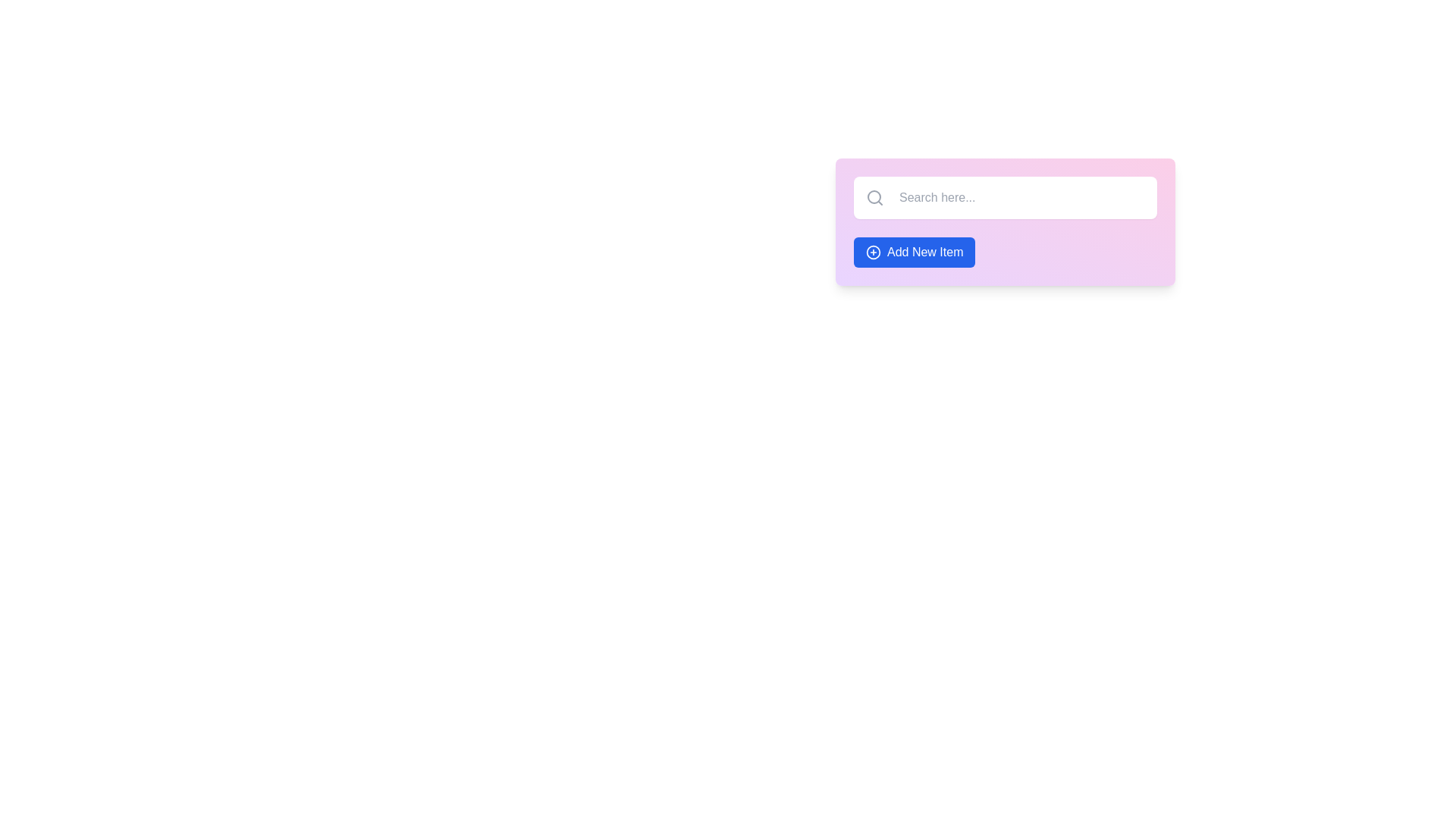  I want to click on the circular part of the search icon located on the left end of the search bar, which is visually distinguished by its circular shape next to the eyeglass handle, so click(874, 196).